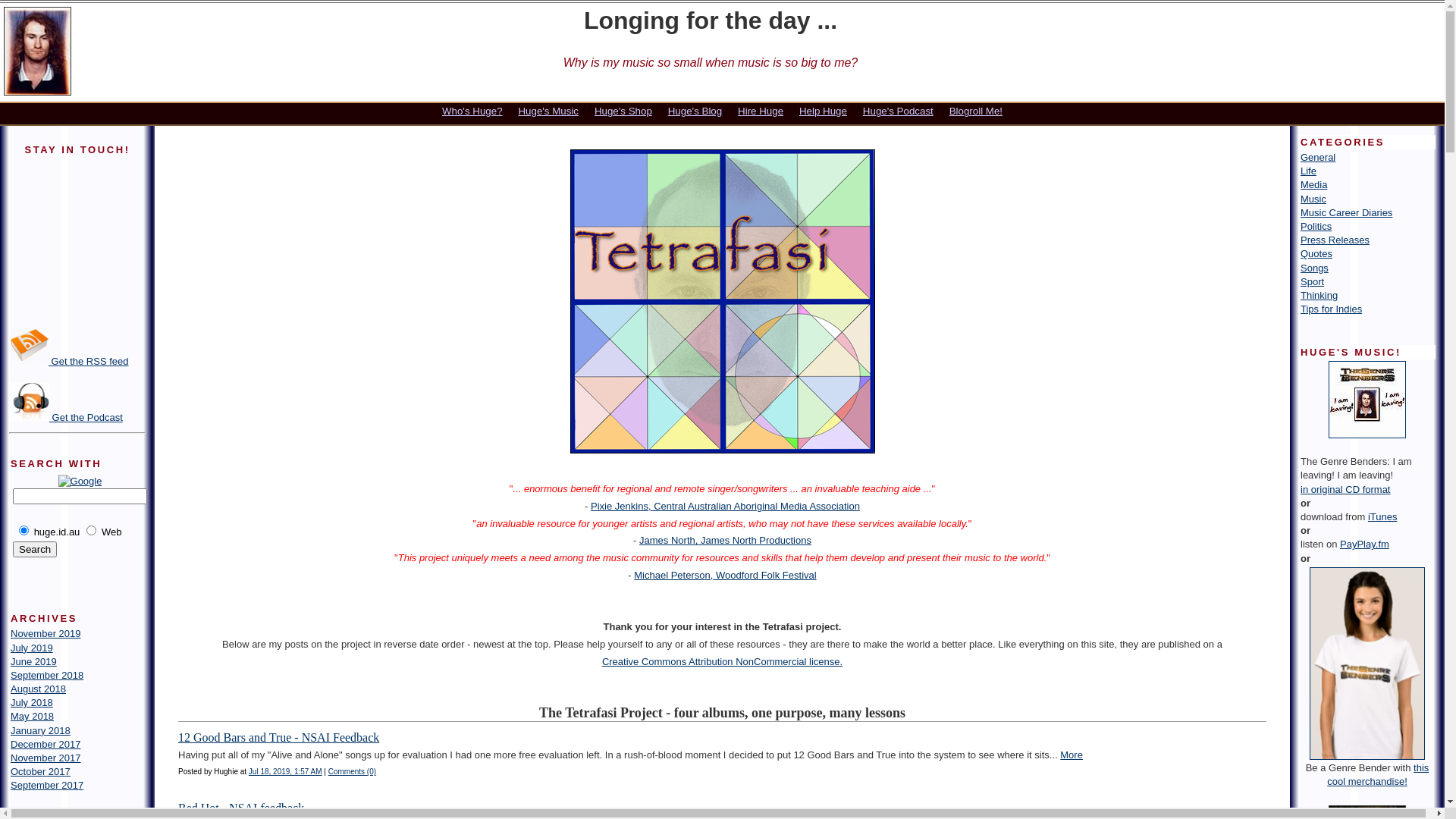 The image size is (1456, 819). What do you see at coordinates (1307, 171) in the screenshot?
I see `'Life'` at bounding box center [1307, 171].